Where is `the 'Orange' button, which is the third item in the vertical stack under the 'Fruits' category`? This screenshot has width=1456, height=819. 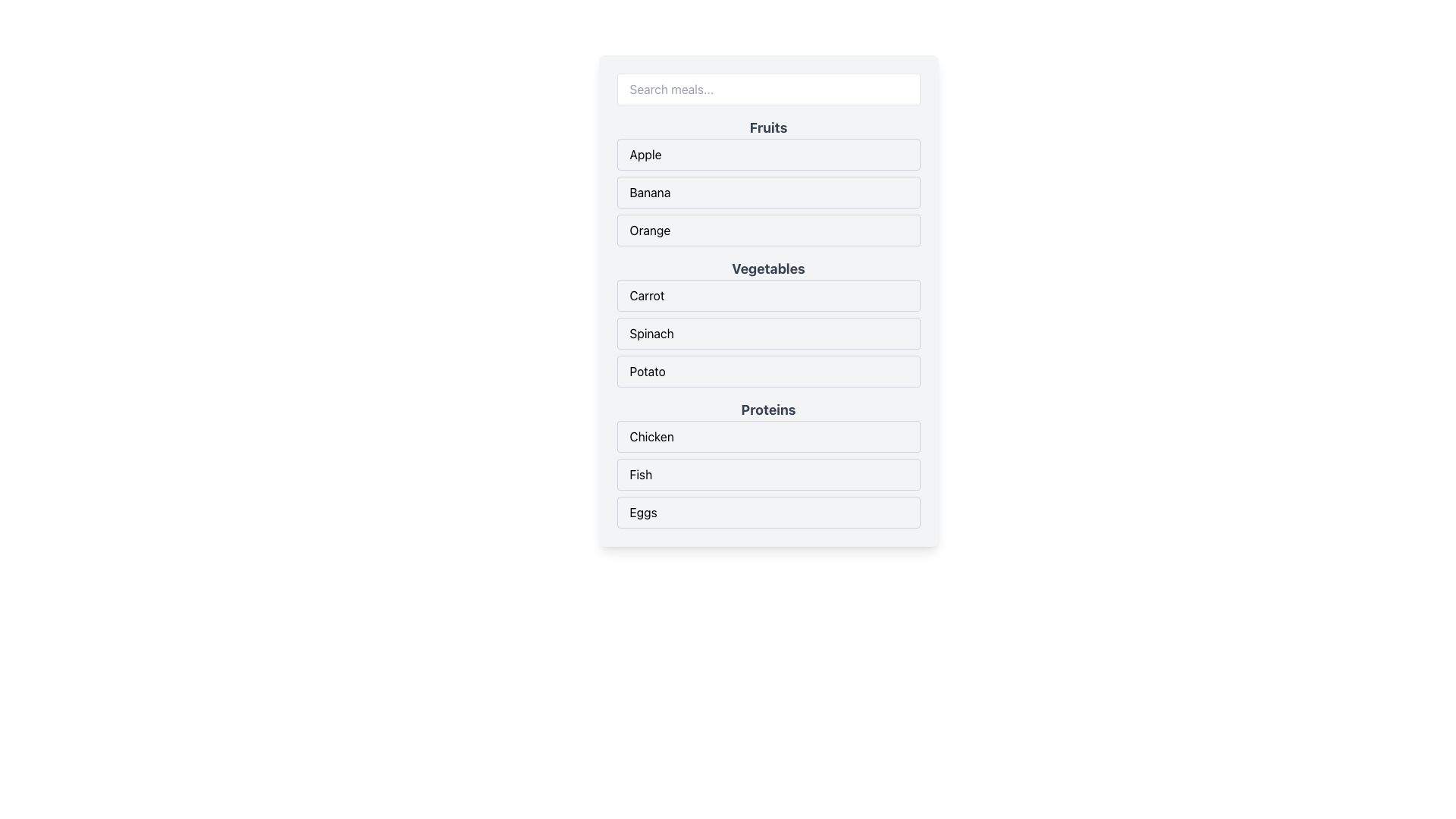 the 'Orange' button, which is the third item in the vertical stack under the 'Fruits' category is located at coordinates (768, 231).